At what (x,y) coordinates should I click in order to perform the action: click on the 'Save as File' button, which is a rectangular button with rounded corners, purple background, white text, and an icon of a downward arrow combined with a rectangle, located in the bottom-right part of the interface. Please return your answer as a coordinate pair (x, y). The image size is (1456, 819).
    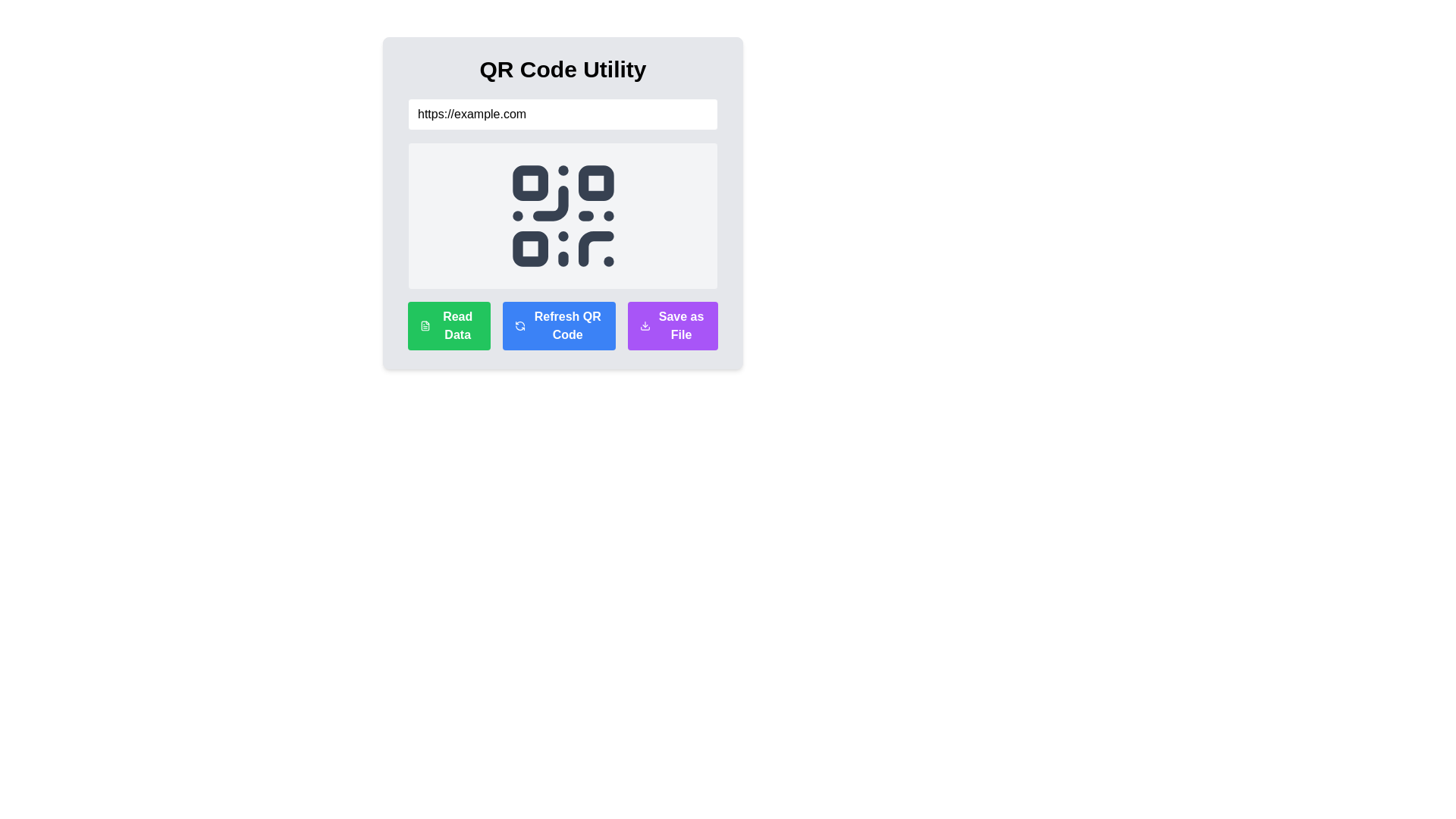
    Looking at the image, I should click on (672, 325).